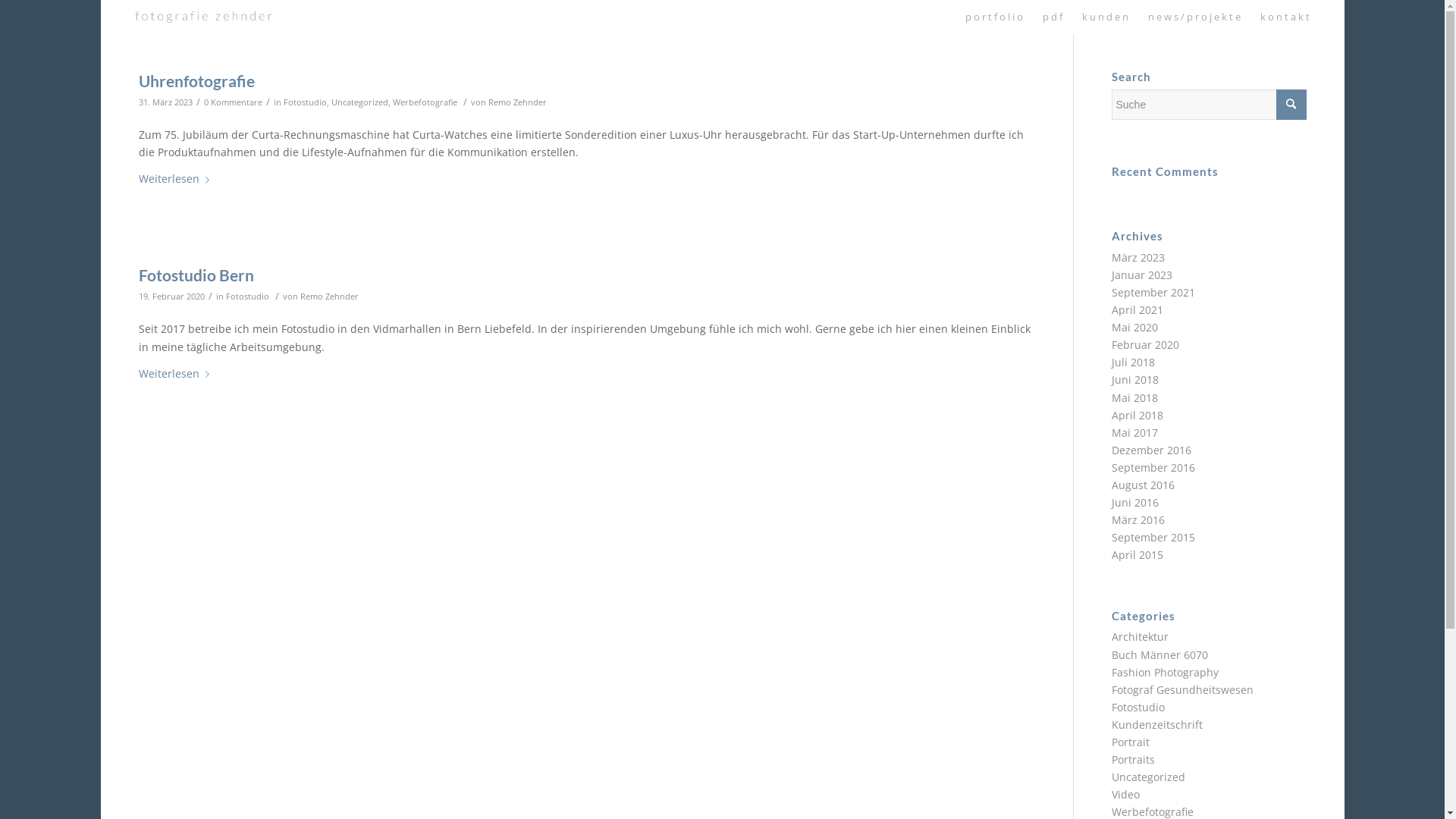 The width and height of the screenshot is (1456, 819). I want to click on 'Kundenzeitschrift', so click(1156, 723).